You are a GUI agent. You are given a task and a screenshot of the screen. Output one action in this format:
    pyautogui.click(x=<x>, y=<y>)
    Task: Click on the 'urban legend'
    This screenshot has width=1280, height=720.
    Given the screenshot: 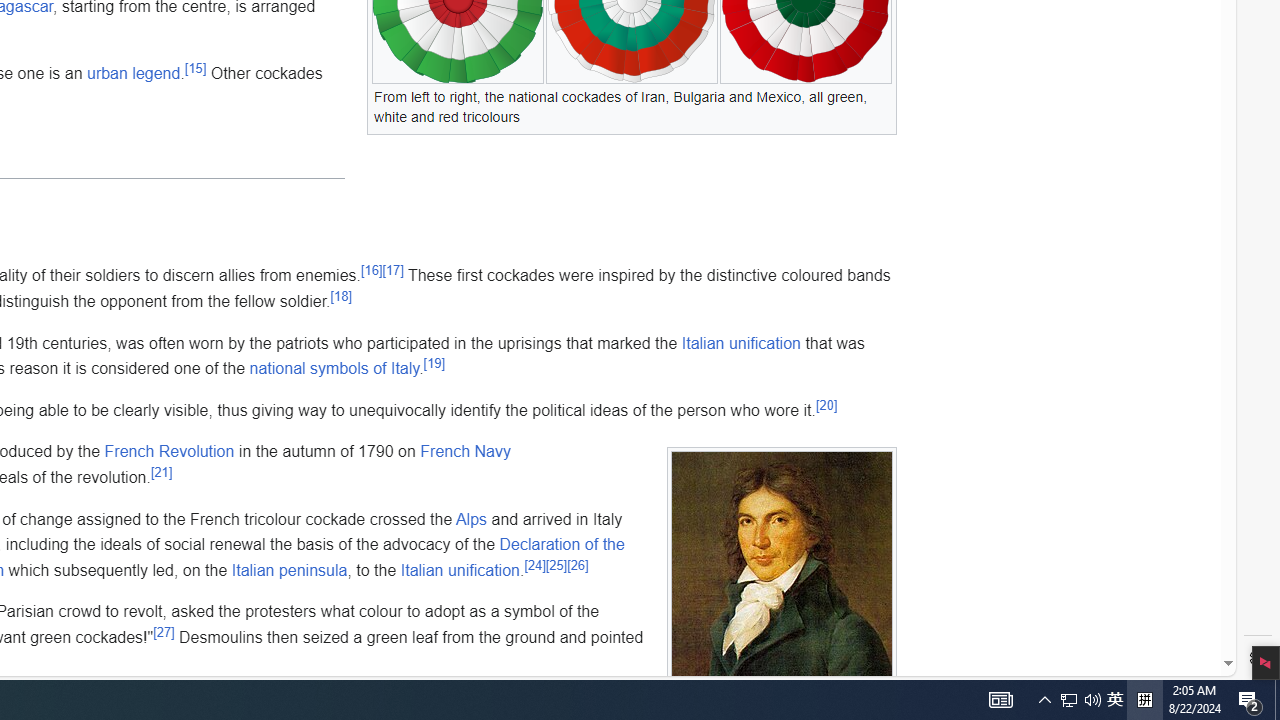 What is the action you would take?
    pyautogui.click(x=132, y=72)
    